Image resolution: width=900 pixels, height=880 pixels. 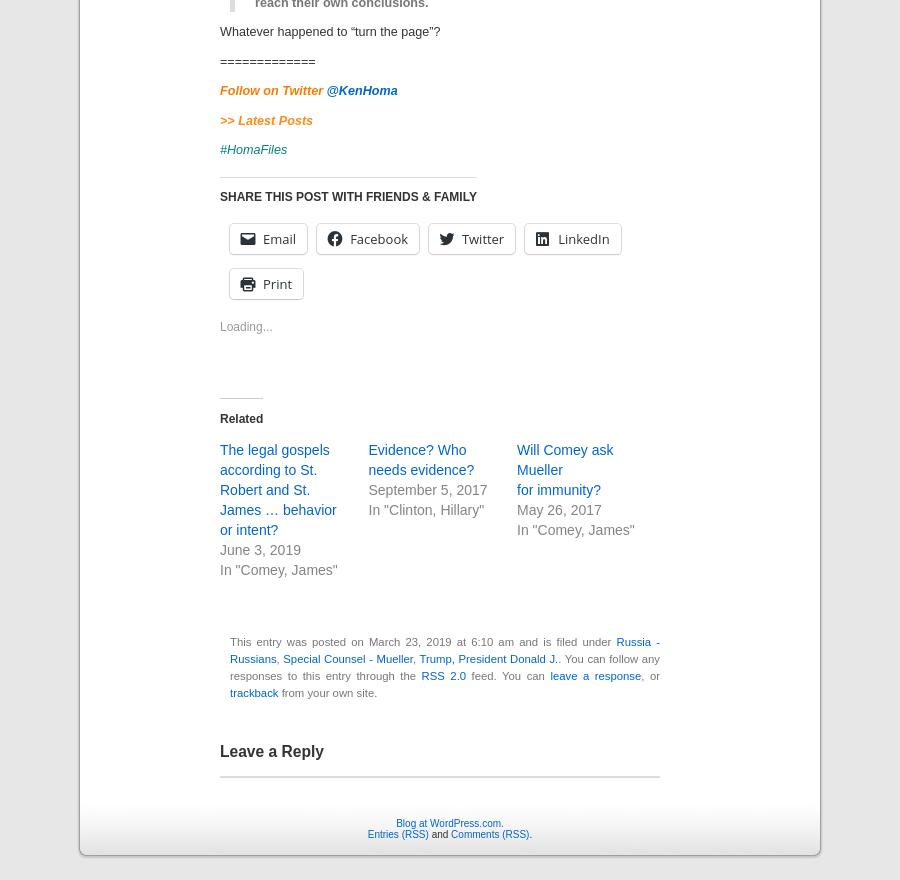 What do you see at coordinates (488, 832) in the screenshot?
I see `'Comments (RSS)'` at bounding box center [488, 832].